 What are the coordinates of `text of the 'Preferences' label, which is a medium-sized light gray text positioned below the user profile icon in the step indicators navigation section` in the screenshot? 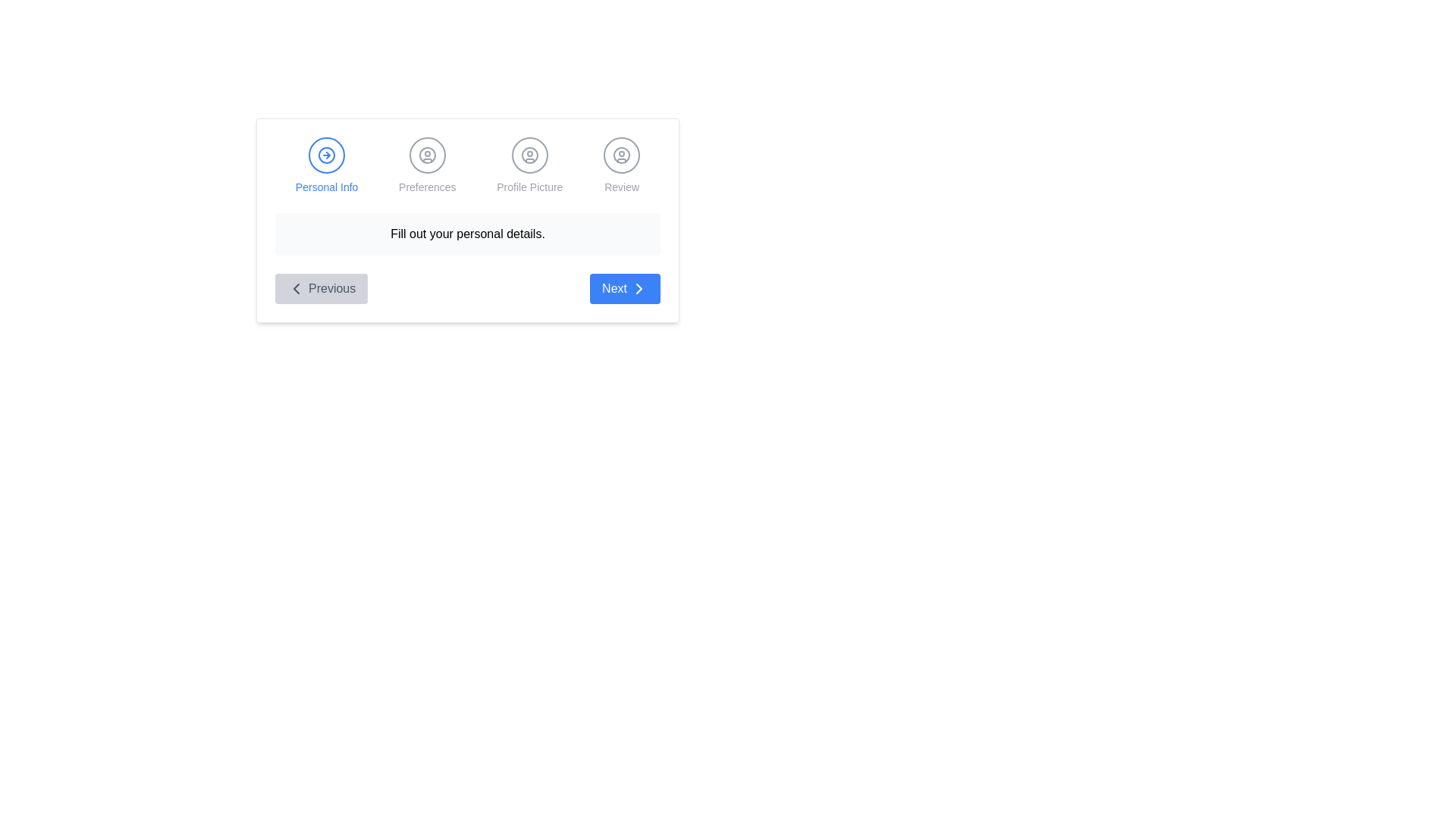 It's located at (426, 186).